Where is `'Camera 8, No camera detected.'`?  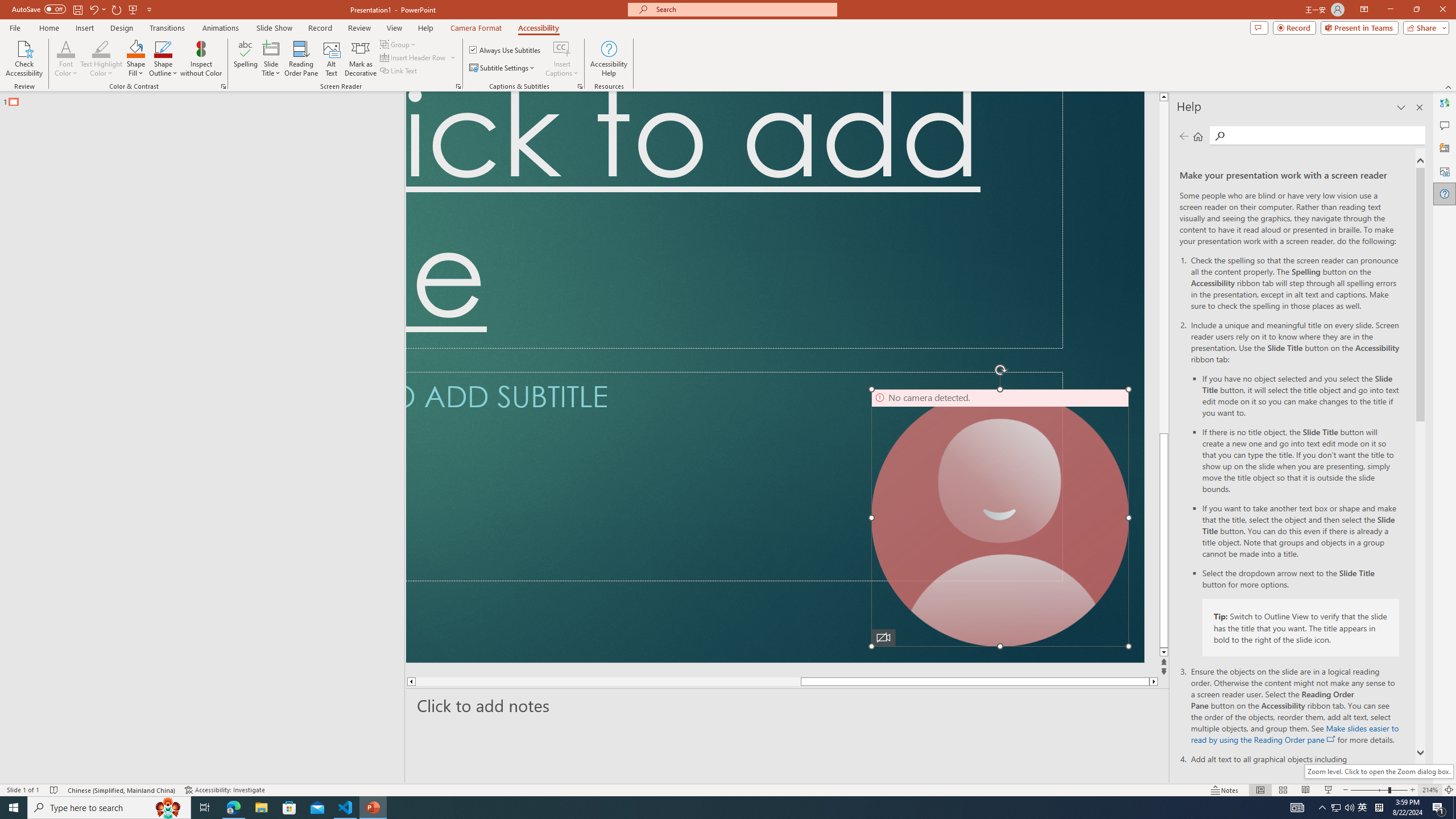
'Camera 8, No camera detected.' is located at coordinates (999, 517).